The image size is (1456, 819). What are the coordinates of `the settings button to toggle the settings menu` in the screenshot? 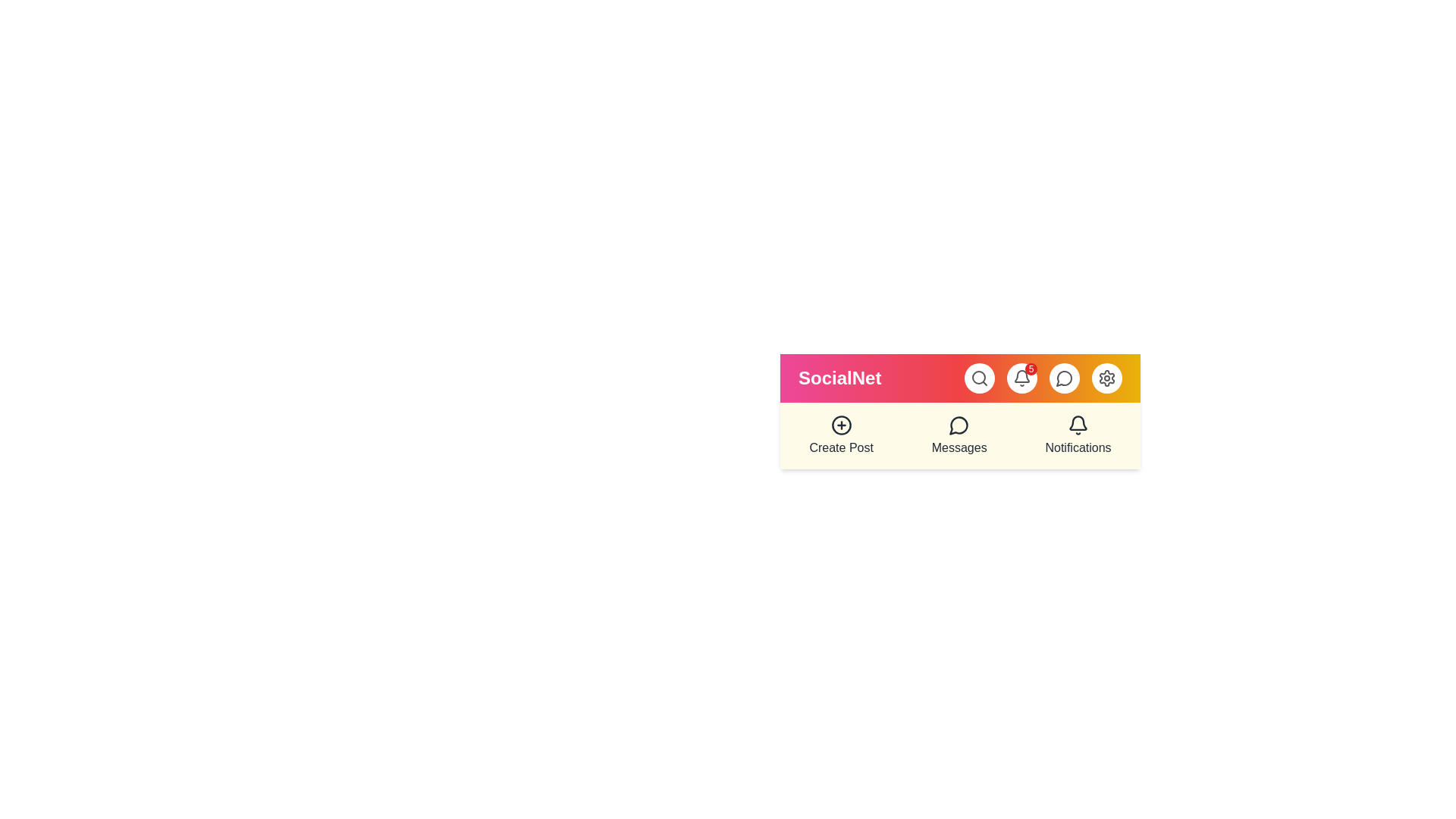 It's located at (1106, 377).